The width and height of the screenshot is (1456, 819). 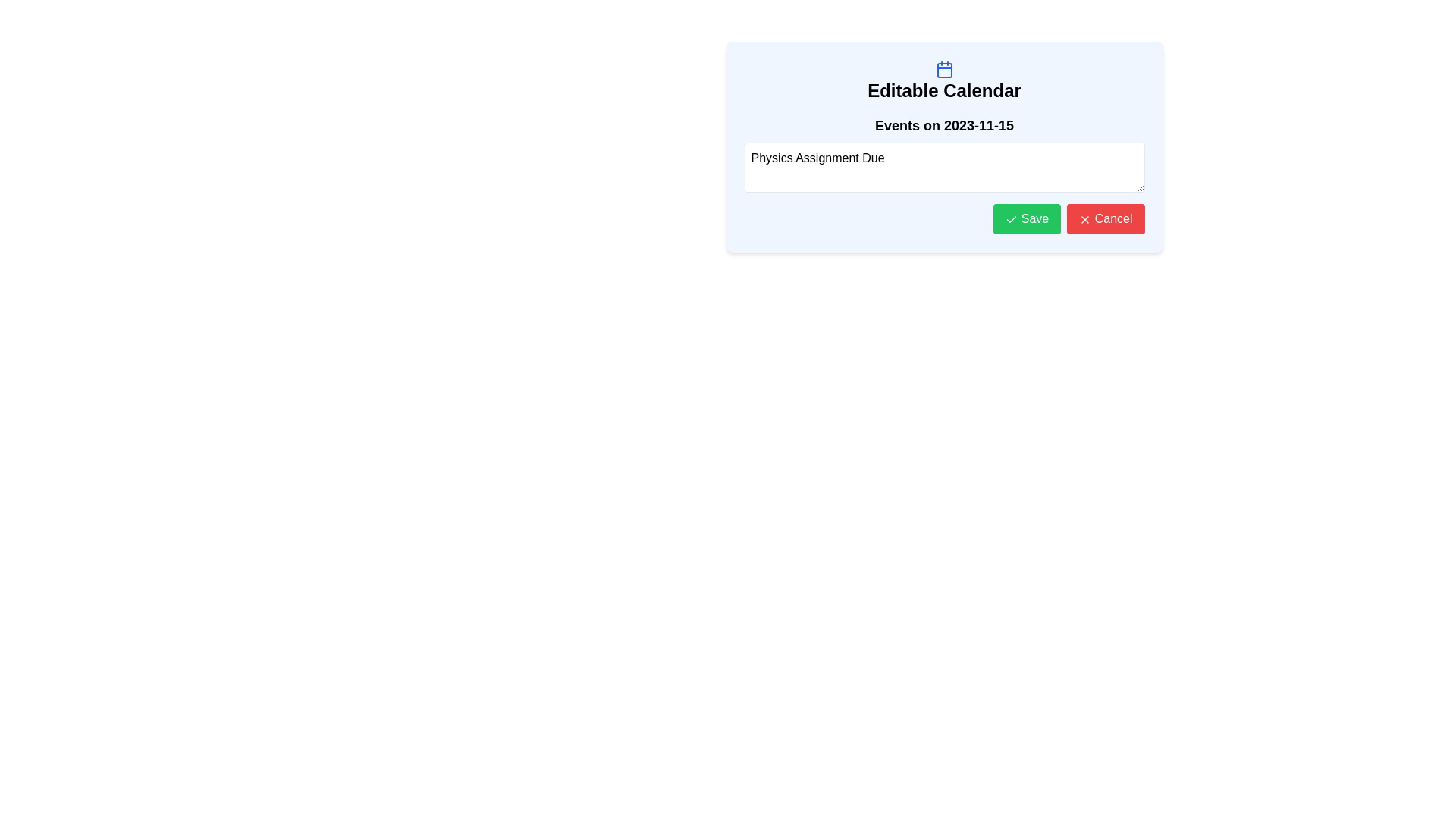 What do you see at coordinates (1027, 218) in the screenshot?
I see `the 'Save' button, which has a green background and white text, located at the bottom of the editable calendar interface` at bounding box center [1027, 218].